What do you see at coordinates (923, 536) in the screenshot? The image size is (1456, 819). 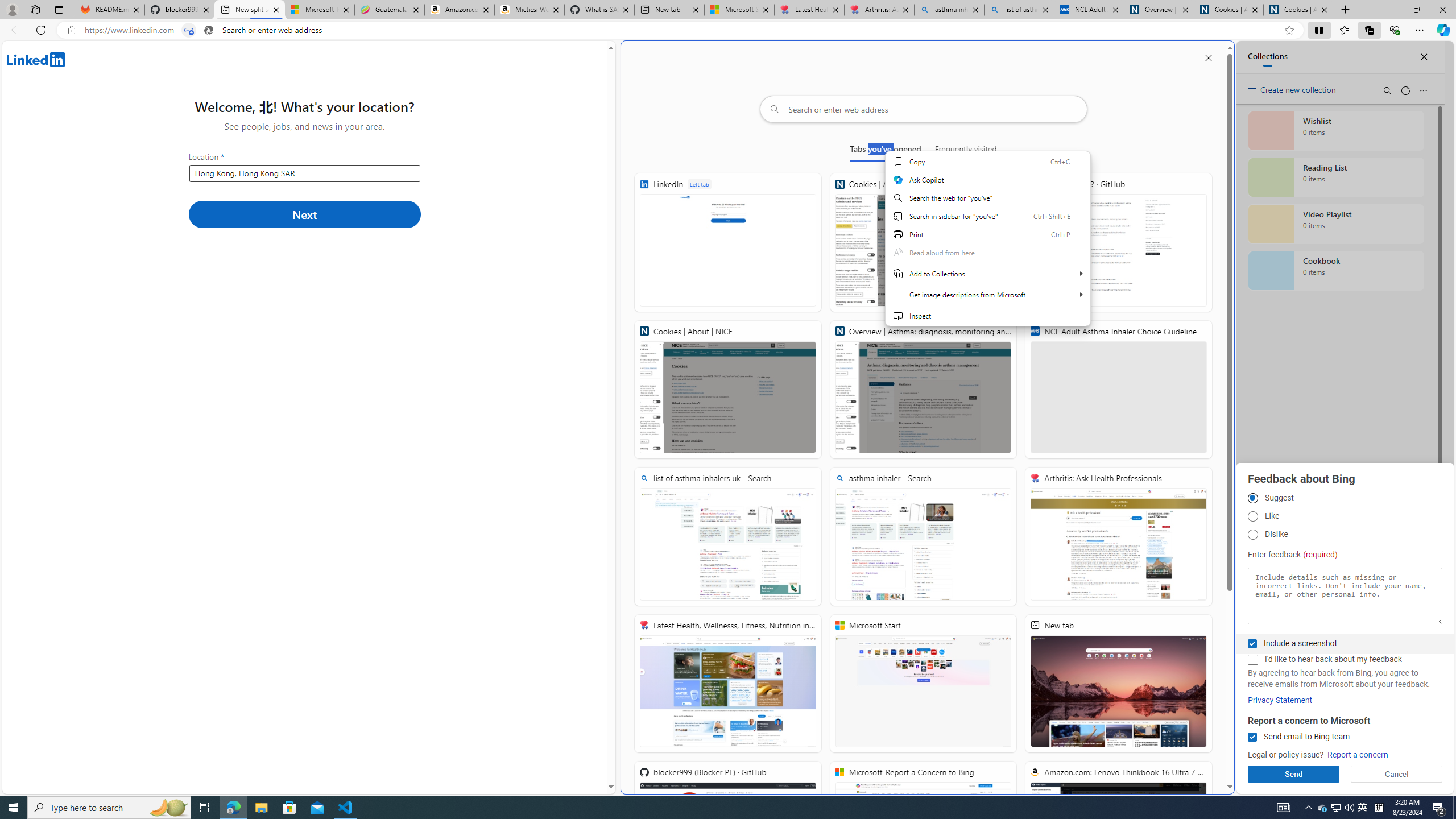 I see `'asthma inhaler - Search'` at bounding box center [923, 536].